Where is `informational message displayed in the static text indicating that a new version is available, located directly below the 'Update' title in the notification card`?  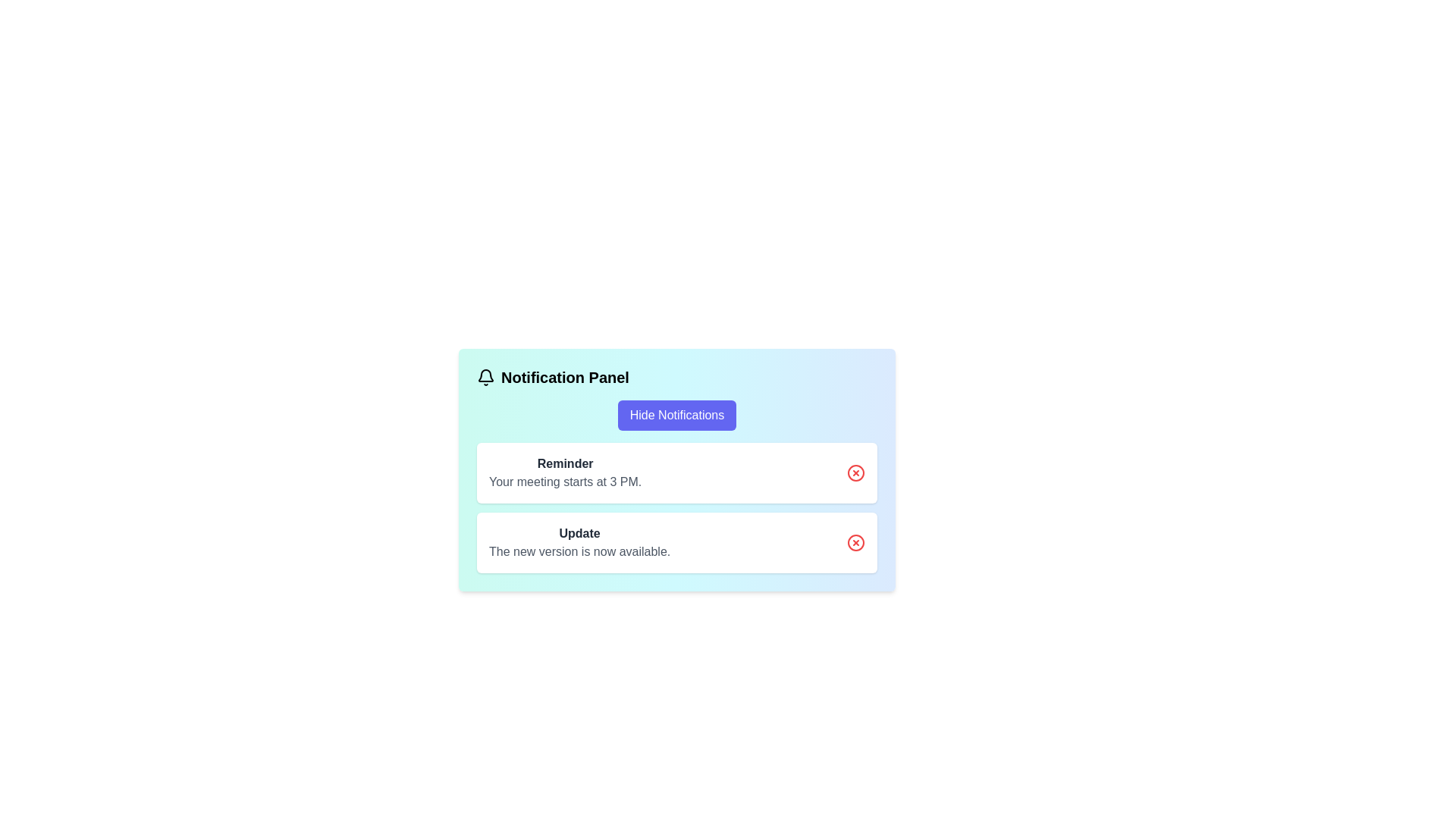 informational message displayed in the static text indicating that a new version is available, located directly below the 'Update' title in the notification card is located at coordinates (579, 552).